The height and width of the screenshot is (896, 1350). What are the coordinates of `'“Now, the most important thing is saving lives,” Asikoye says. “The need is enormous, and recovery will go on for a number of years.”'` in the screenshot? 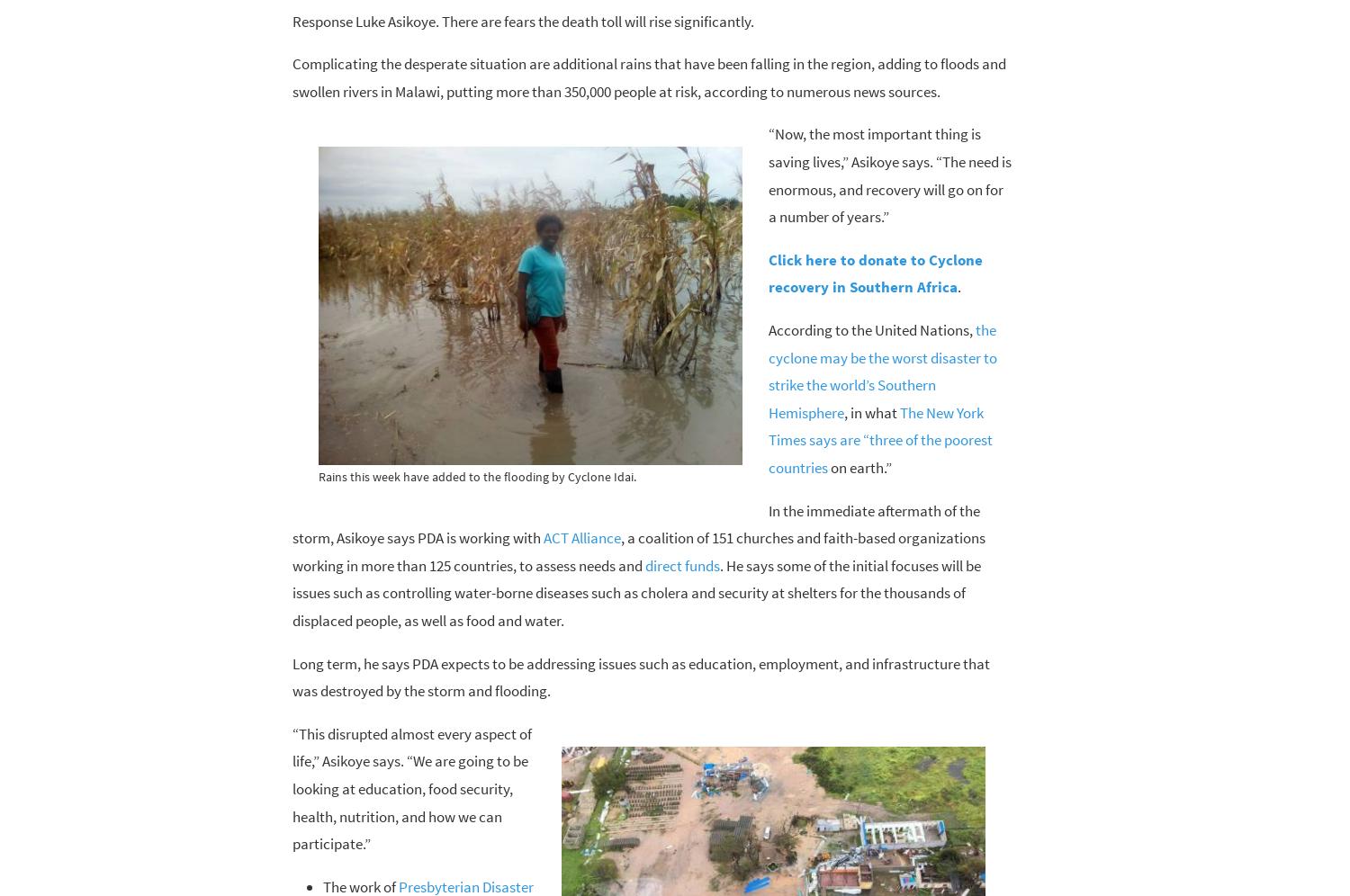 It's located at (888, 175).